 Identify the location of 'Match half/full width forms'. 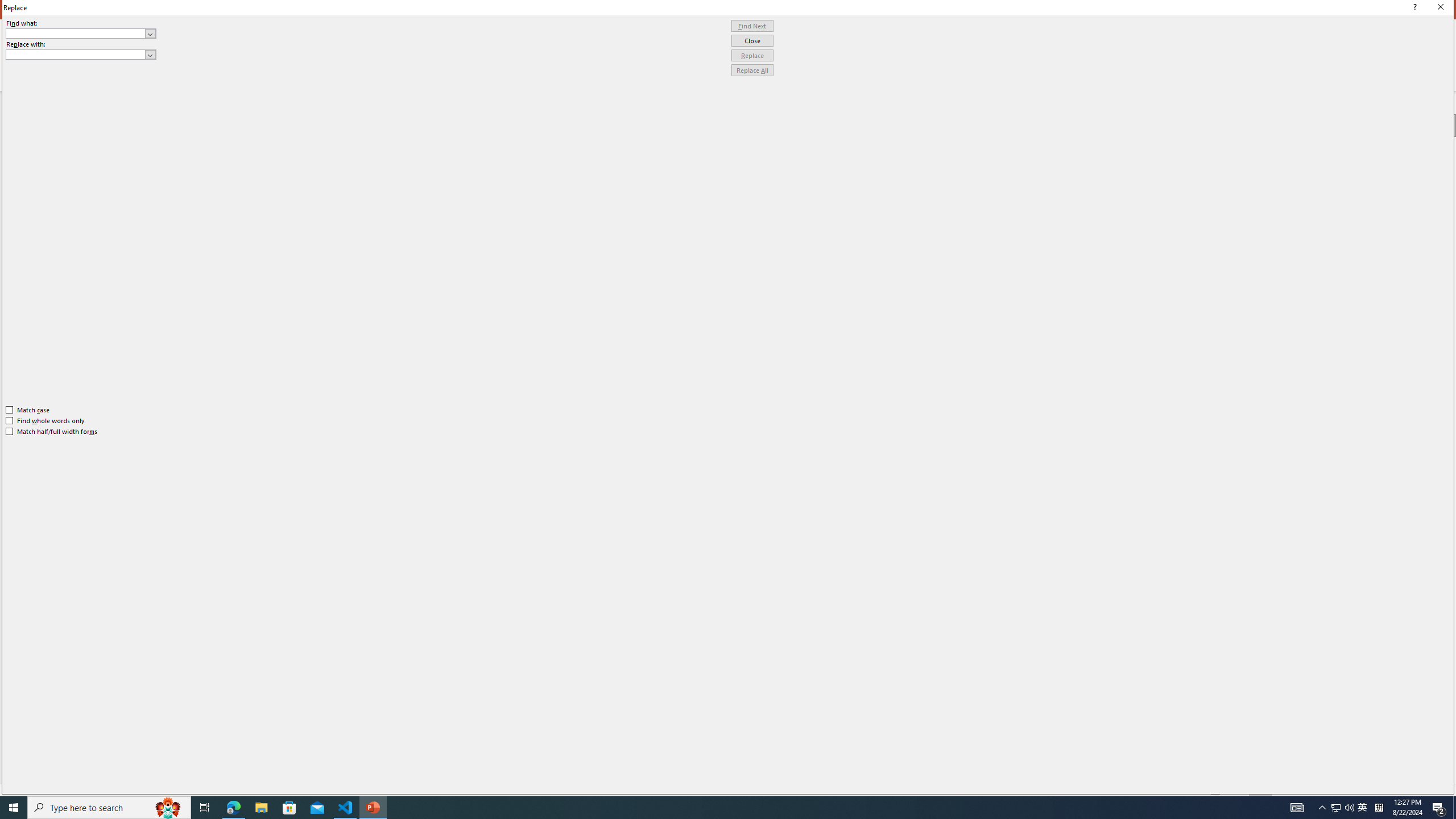
(52, 431).